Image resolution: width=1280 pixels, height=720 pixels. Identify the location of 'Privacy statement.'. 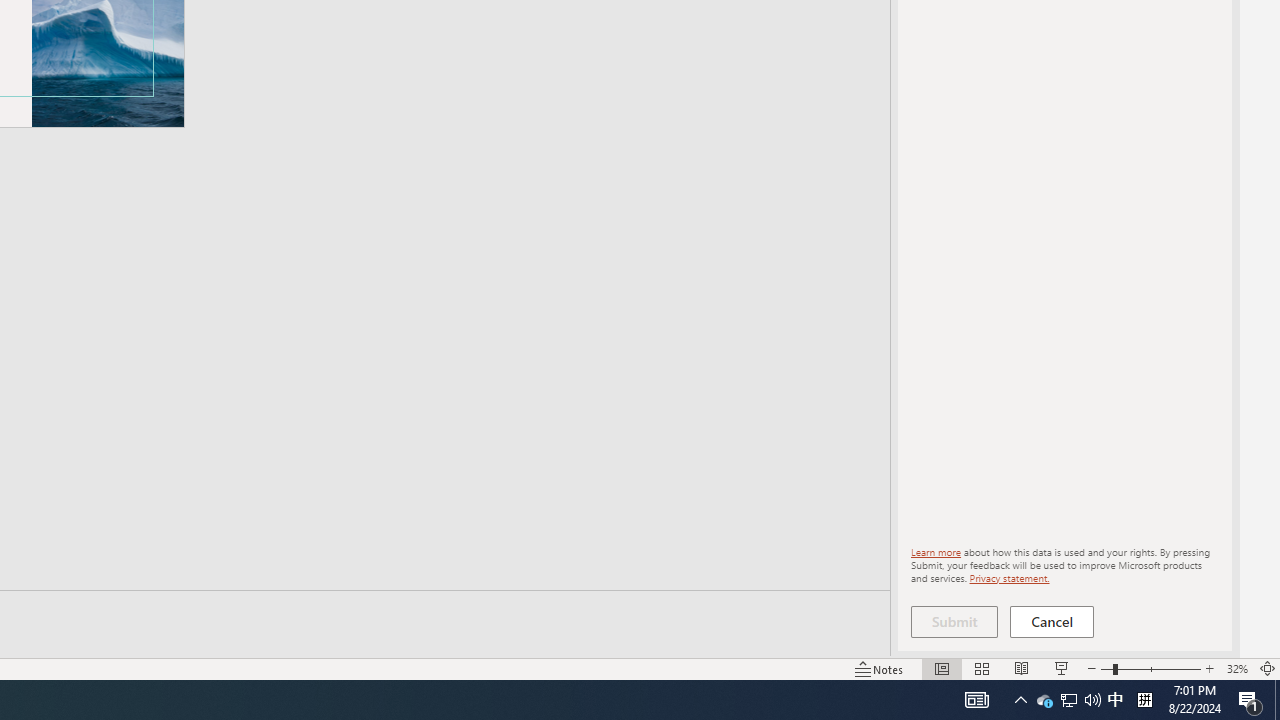
(1009, 577).